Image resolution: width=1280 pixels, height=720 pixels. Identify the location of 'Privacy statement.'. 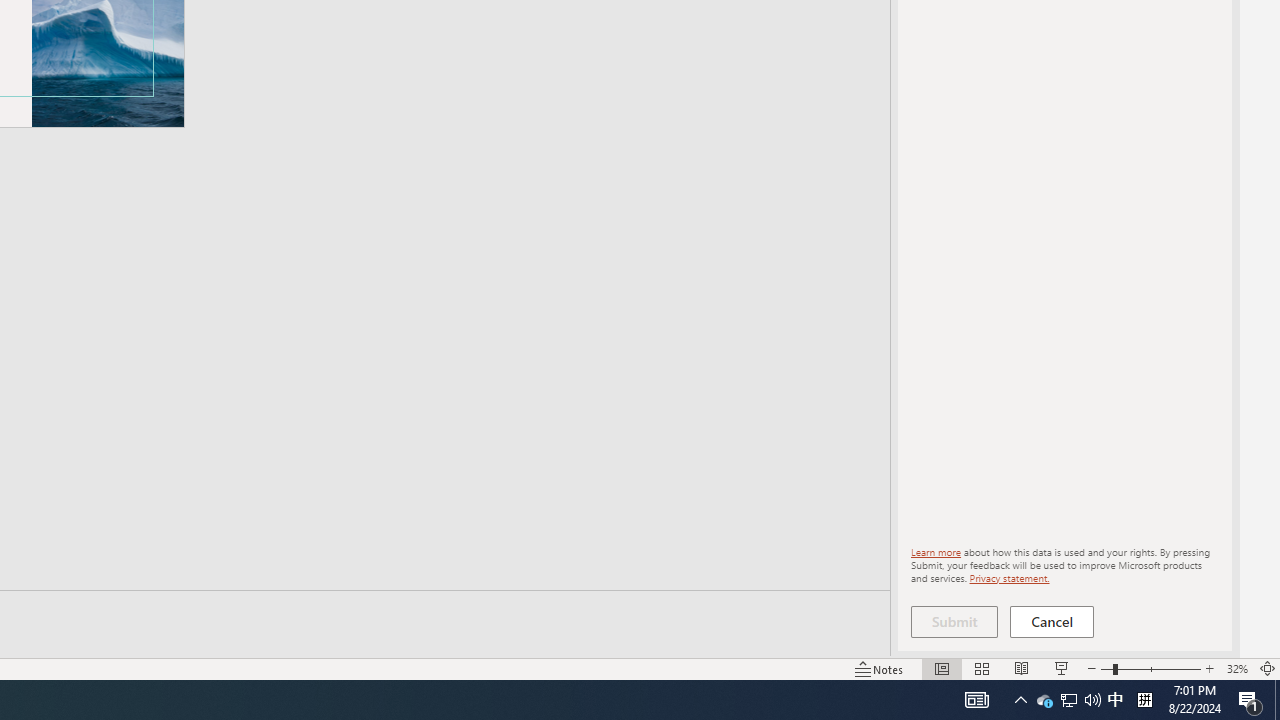
(1009, 577).